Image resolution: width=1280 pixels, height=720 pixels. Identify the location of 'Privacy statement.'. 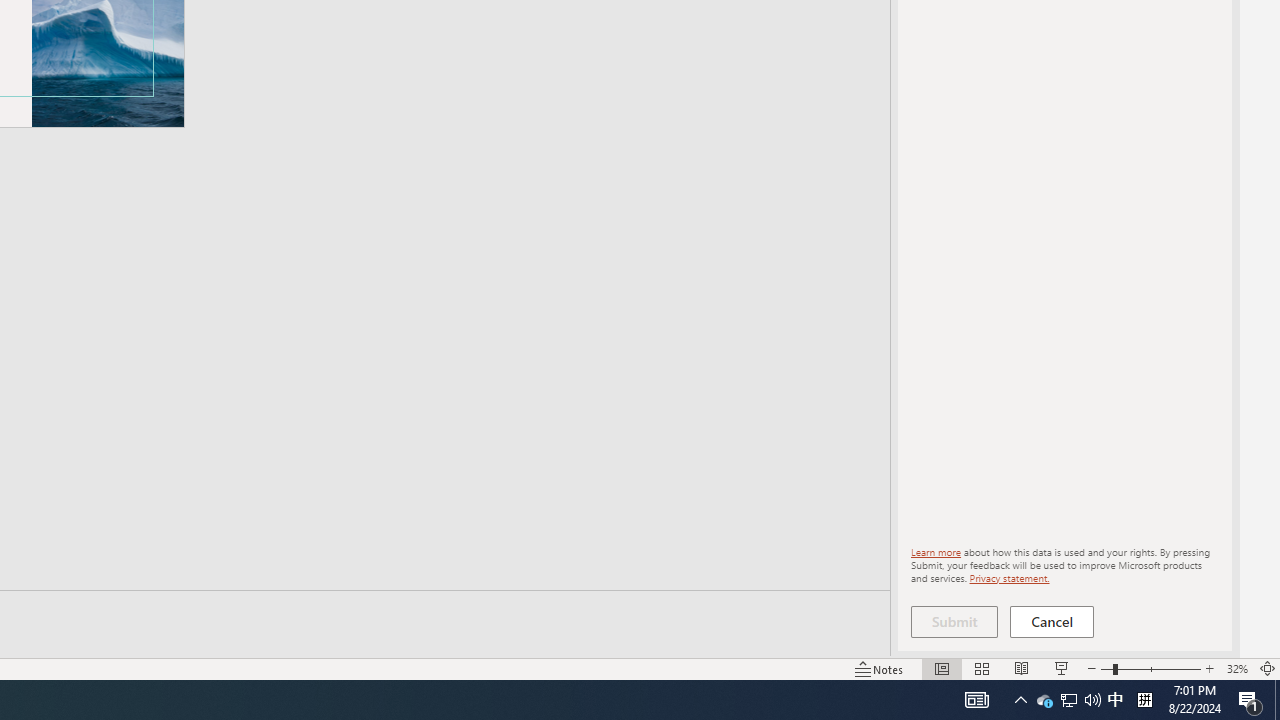
(1009, 577).